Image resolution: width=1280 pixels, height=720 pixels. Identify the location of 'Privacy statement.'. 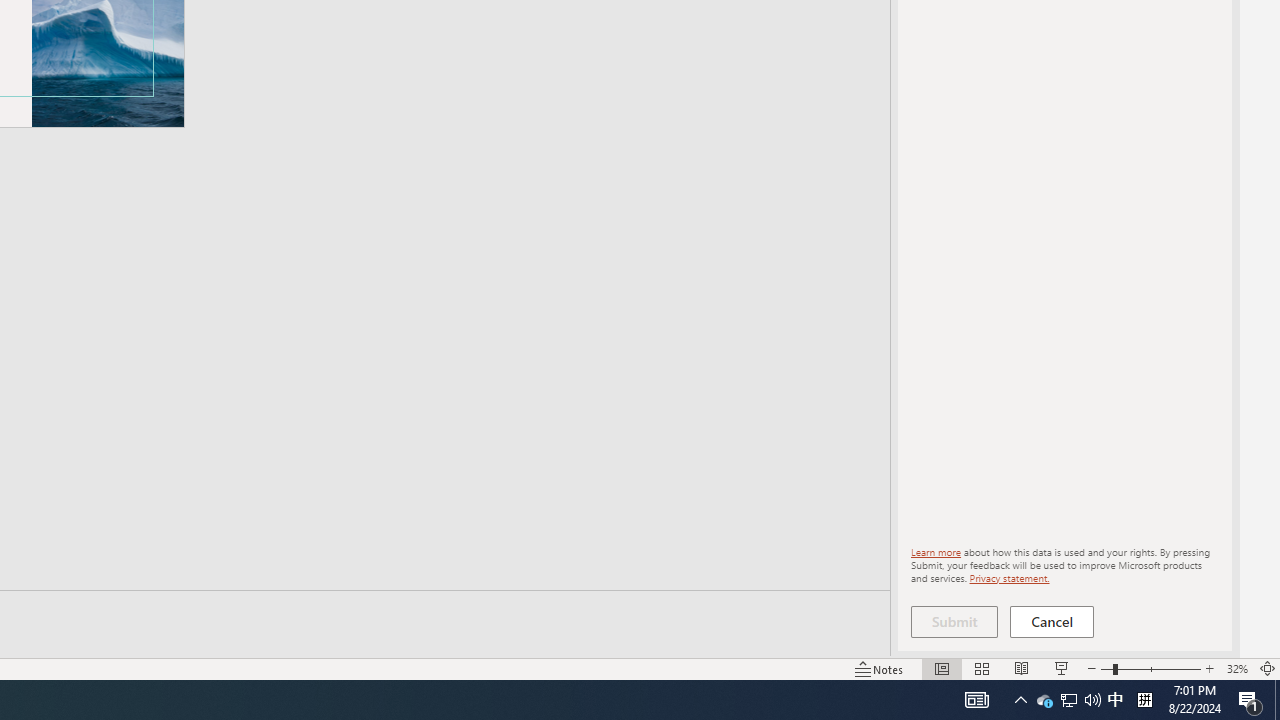
(1009, 577).